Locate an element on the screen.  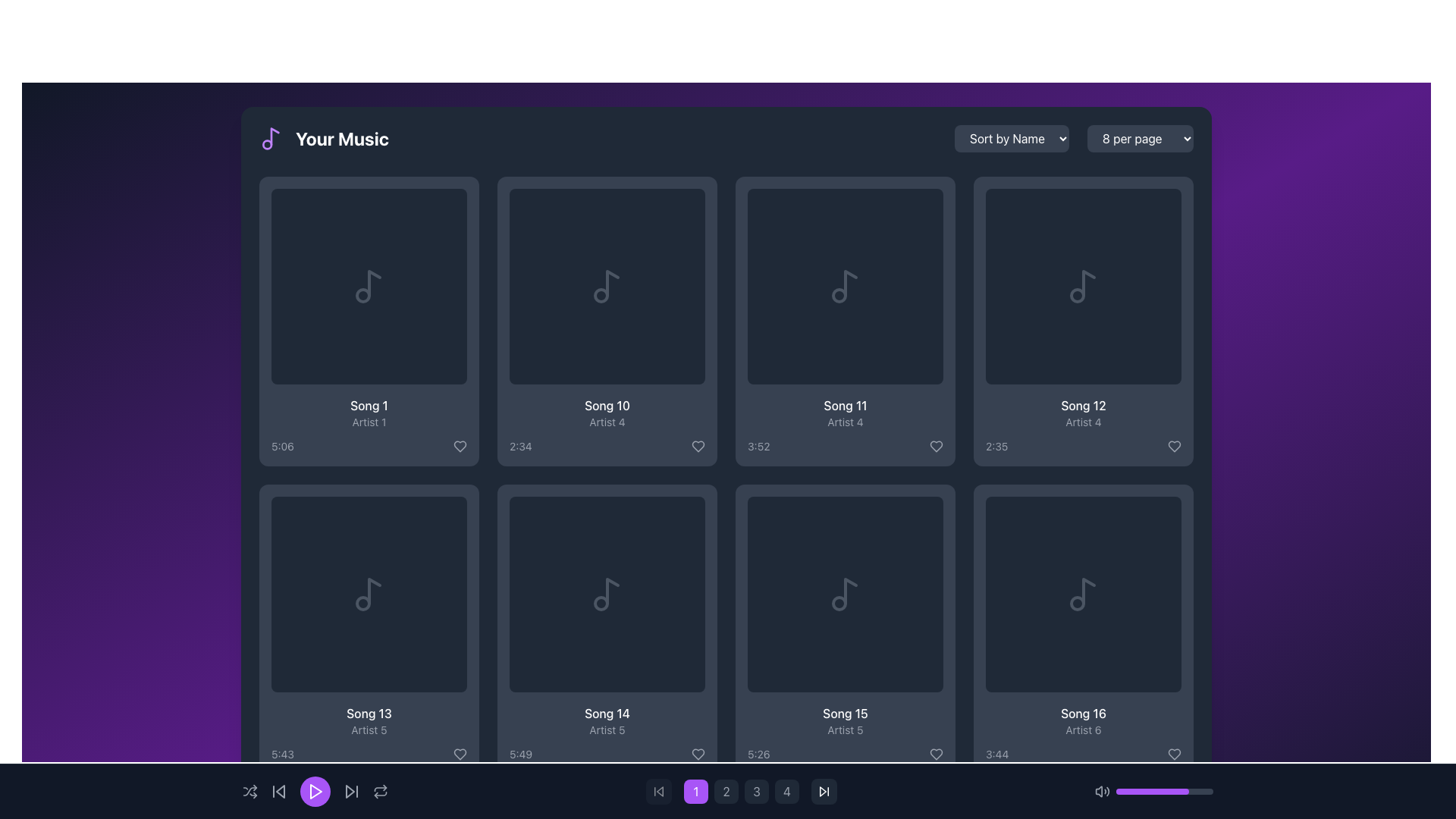
the fourth button in the horizontal row at the bottom of the interface to change its color is located at coordinates (786, 791).